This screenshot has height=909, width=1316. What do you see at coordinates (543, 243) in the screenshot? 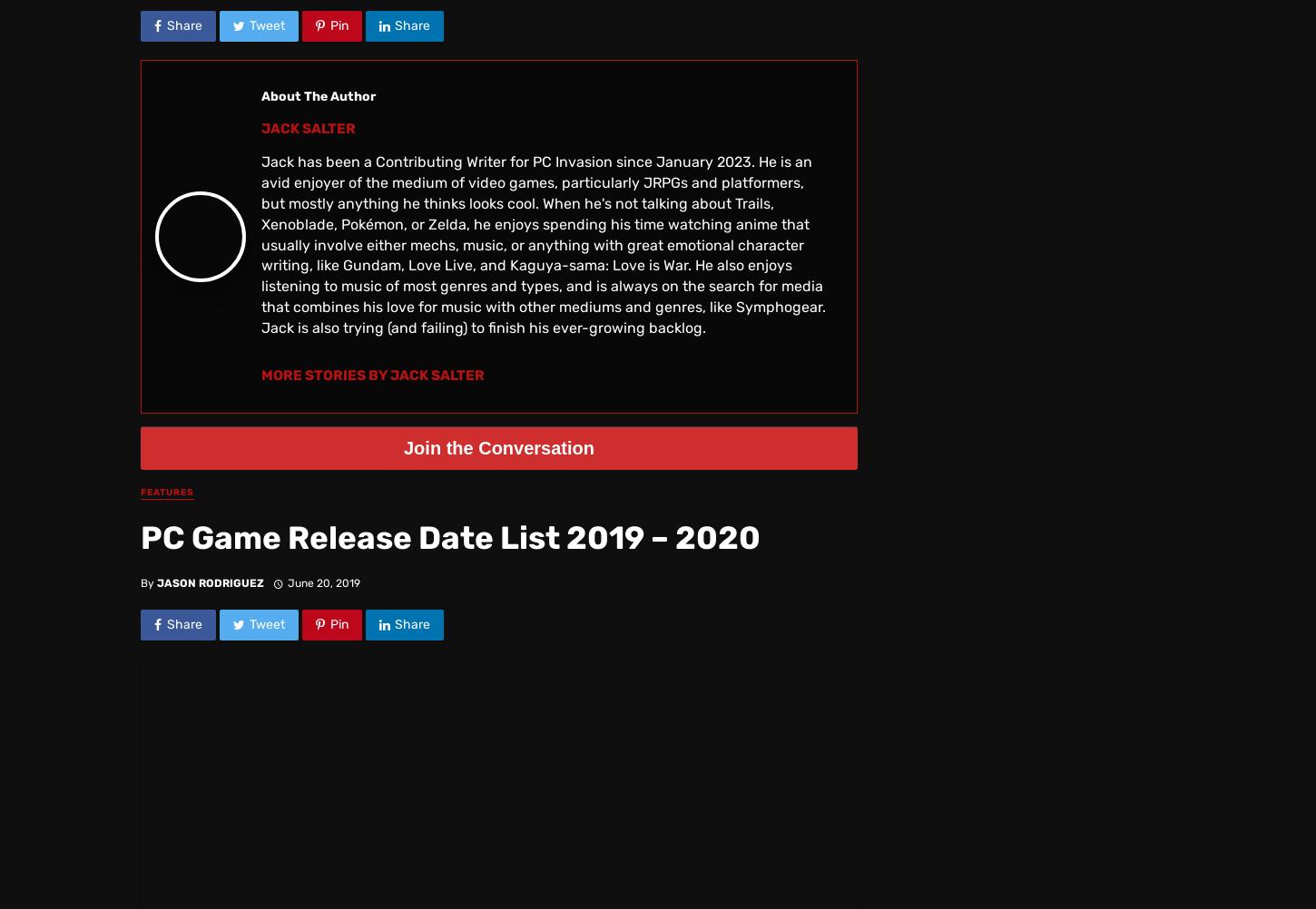
I see `'Jack has been a Contributing Writer for PC Invasion since January 2023. He is an avid enjoyer of the medium of video games, particularly JRPGs and platformers, but mostly anything he thinks looks cool. When he's not talking about Trails, Xenoblade, Pokémon, or Zelda, he enjoys spending his time watching anime that usually involve either mechs, music, or anything with great emotional character writing, like Gundam, Love Live, and Kaguya-sama: Love is War. He also enjoys listening to music of most genres and types, and is always on the search for media that combines his love for music with other mediums and genres, like Symphogear. Jack is also trying (and failing) to finish his ever-growing backlog.'` at bounding box center [543, 243].